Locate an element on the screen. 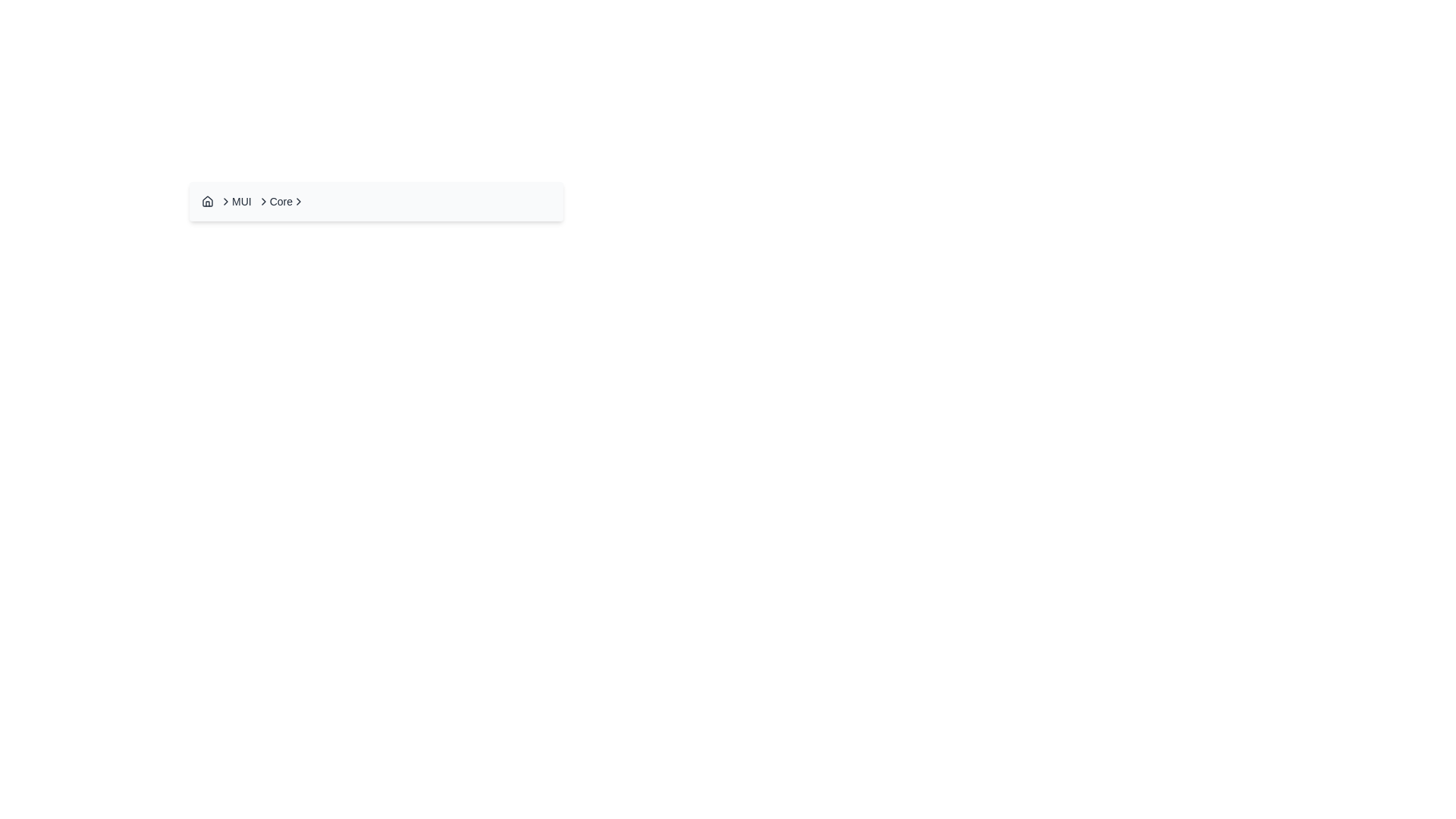  the third breadcrumb item in the navigation is located at coordinates (376, 201).